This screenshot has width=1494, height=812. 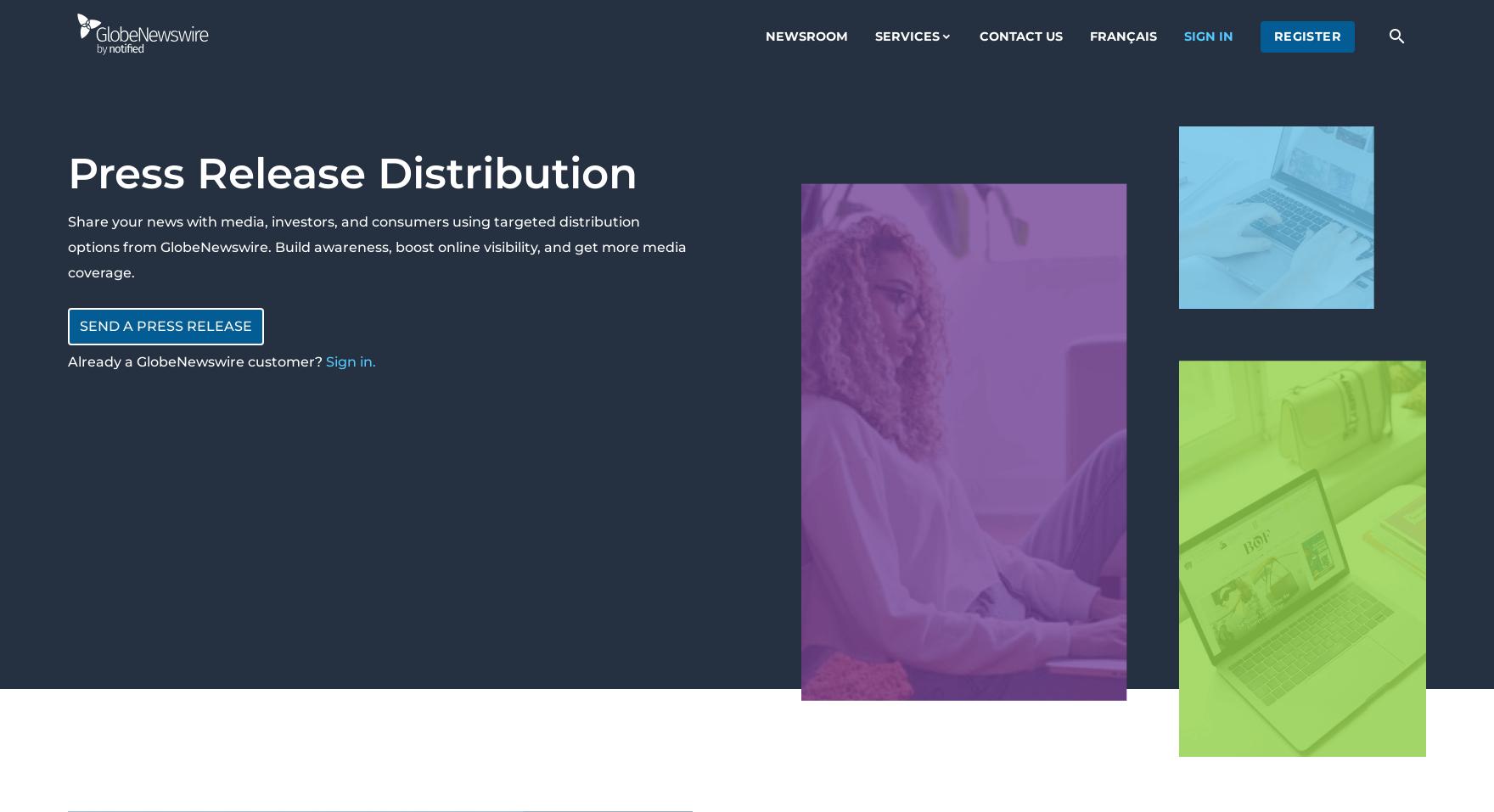 What do you see at coordinates (1307, 35) in the screenshot?
I see `'register'` at bounding box center [1307, 35].